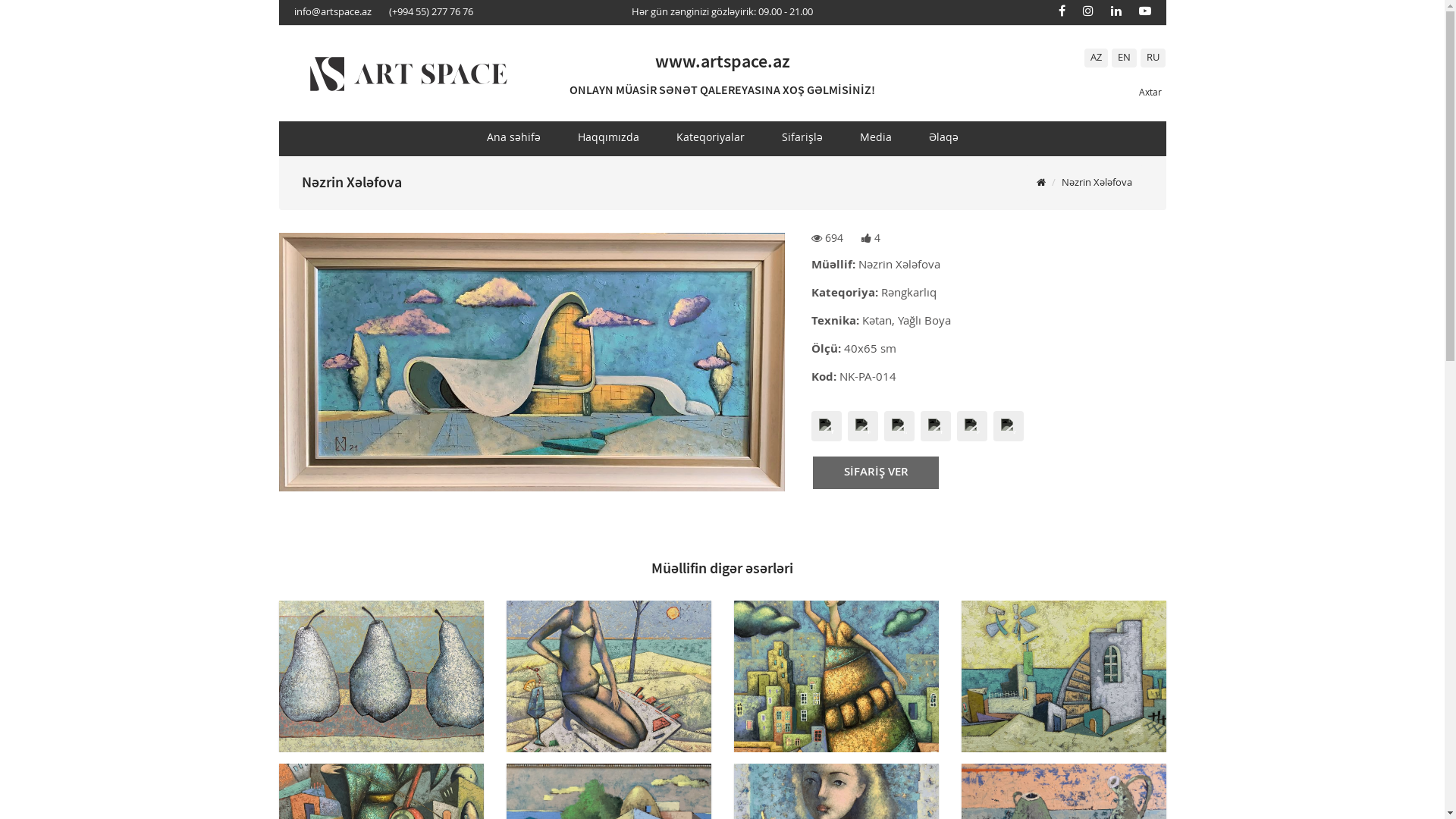  I want to click on 'Axtar', so click(1144, 93).